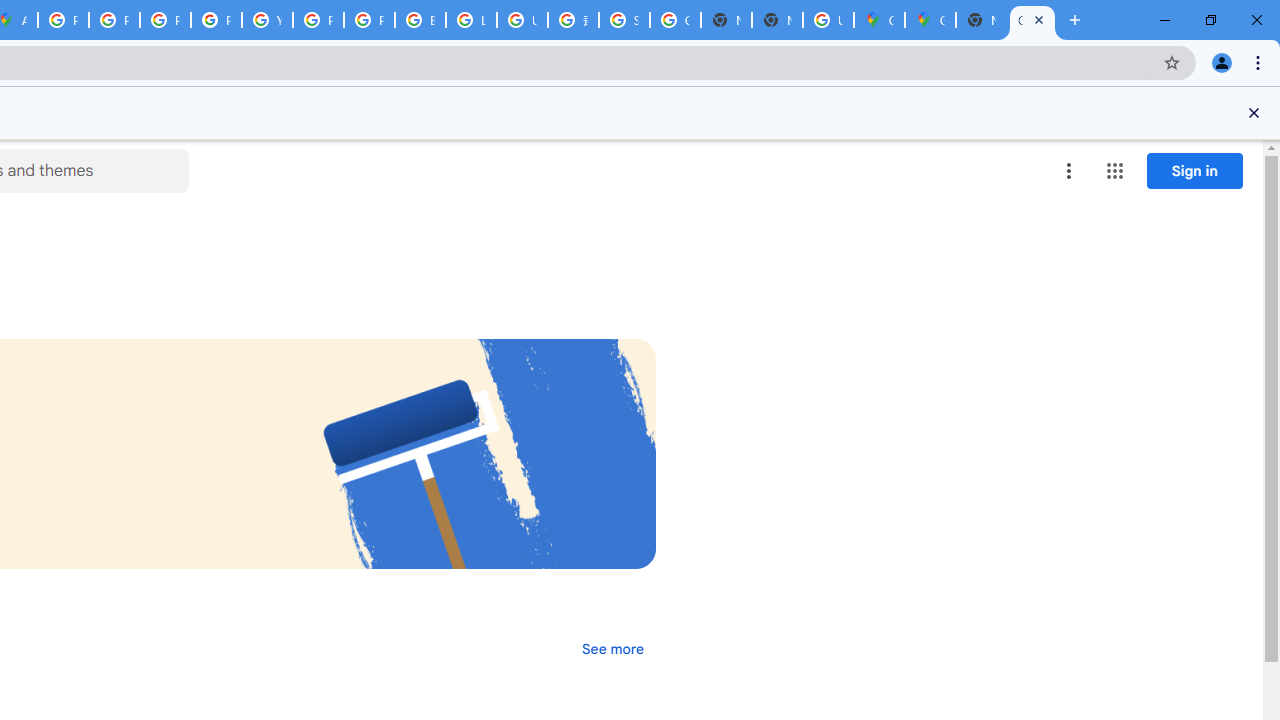 This screenshot has height=720, width=1280. I want to click on 'Sign in - Google Accounts', so click(623, 20).